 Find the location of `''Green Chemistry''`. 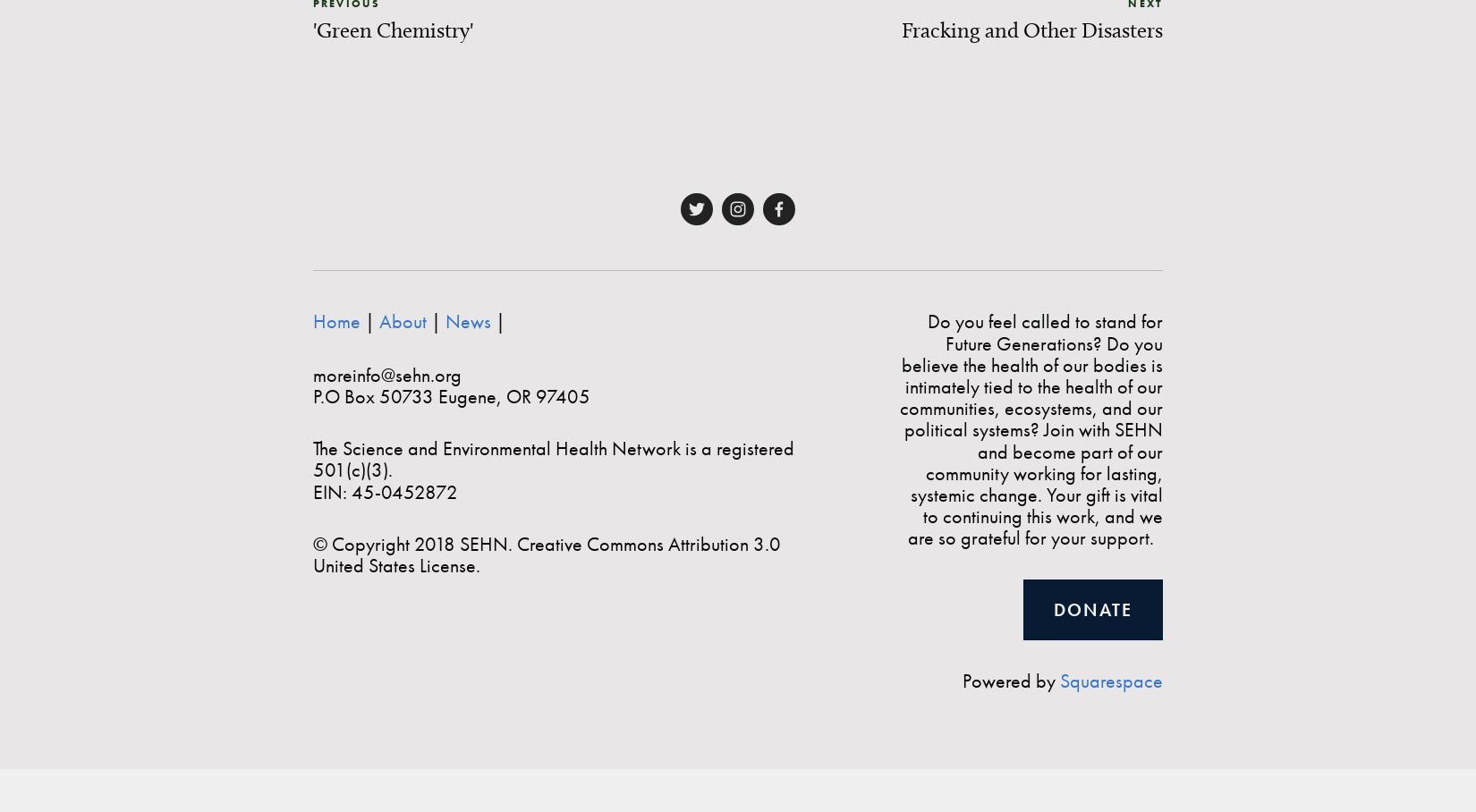

''Green Chemistry'' is located at coordinates (392, 28).